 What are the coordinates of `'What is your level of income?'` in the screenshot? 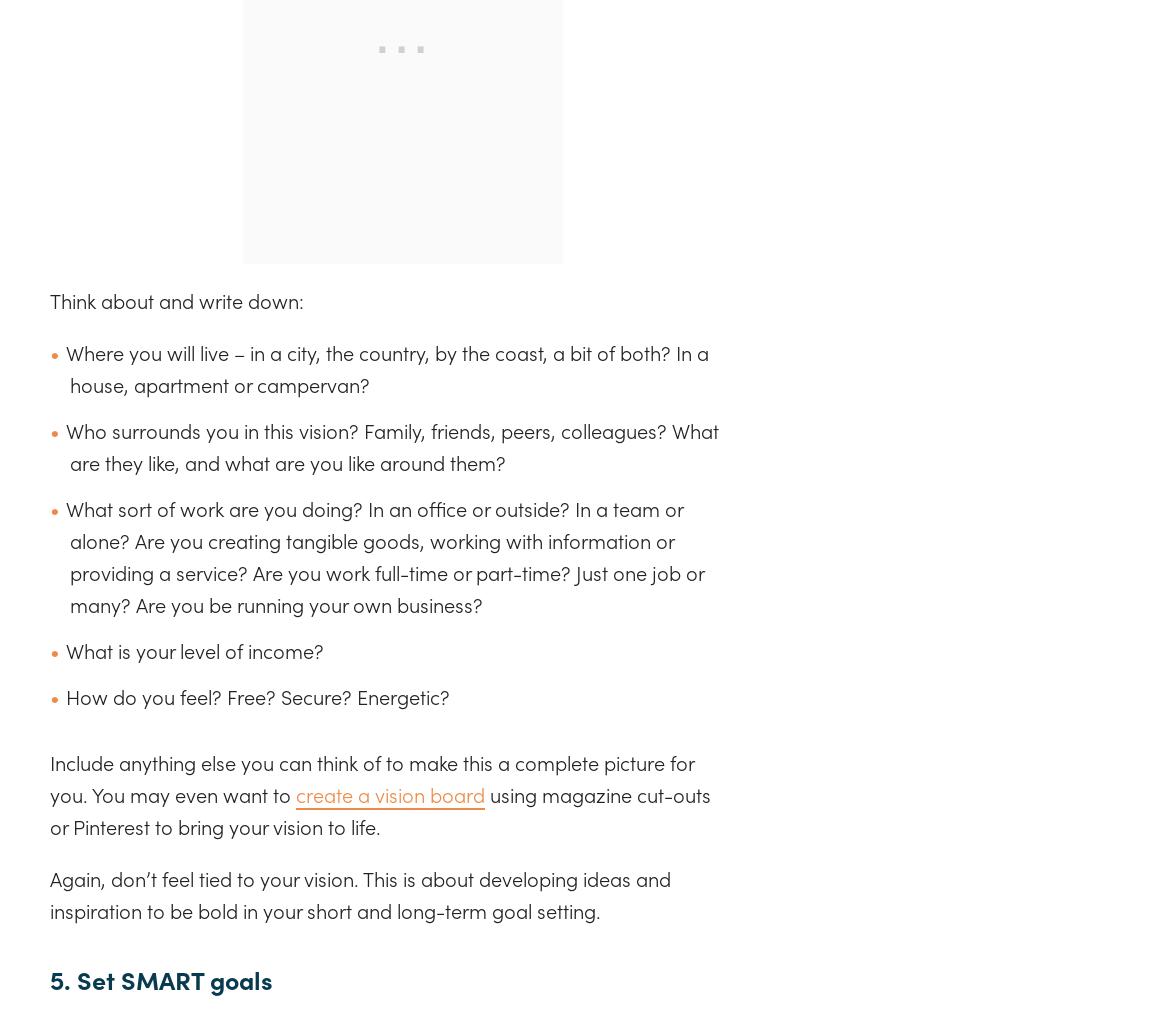 It's located at (196, 650).